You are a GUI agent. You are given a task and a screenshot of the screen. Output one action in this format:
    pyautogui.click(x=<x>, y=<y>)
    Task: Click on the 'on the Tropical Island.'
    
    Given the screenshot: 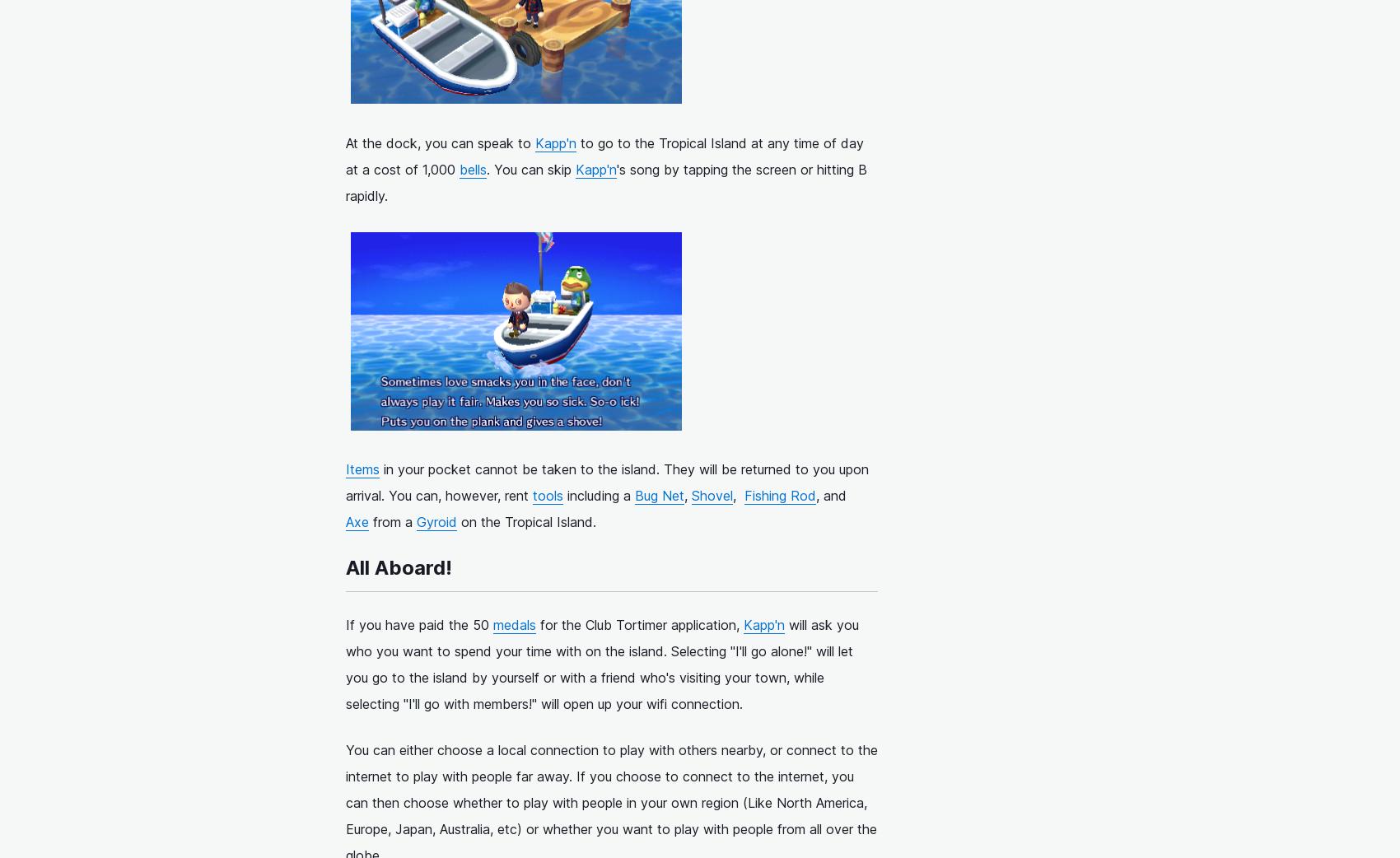 What is the action you would take?
    pyautogui.click(x=456, y=521)
    